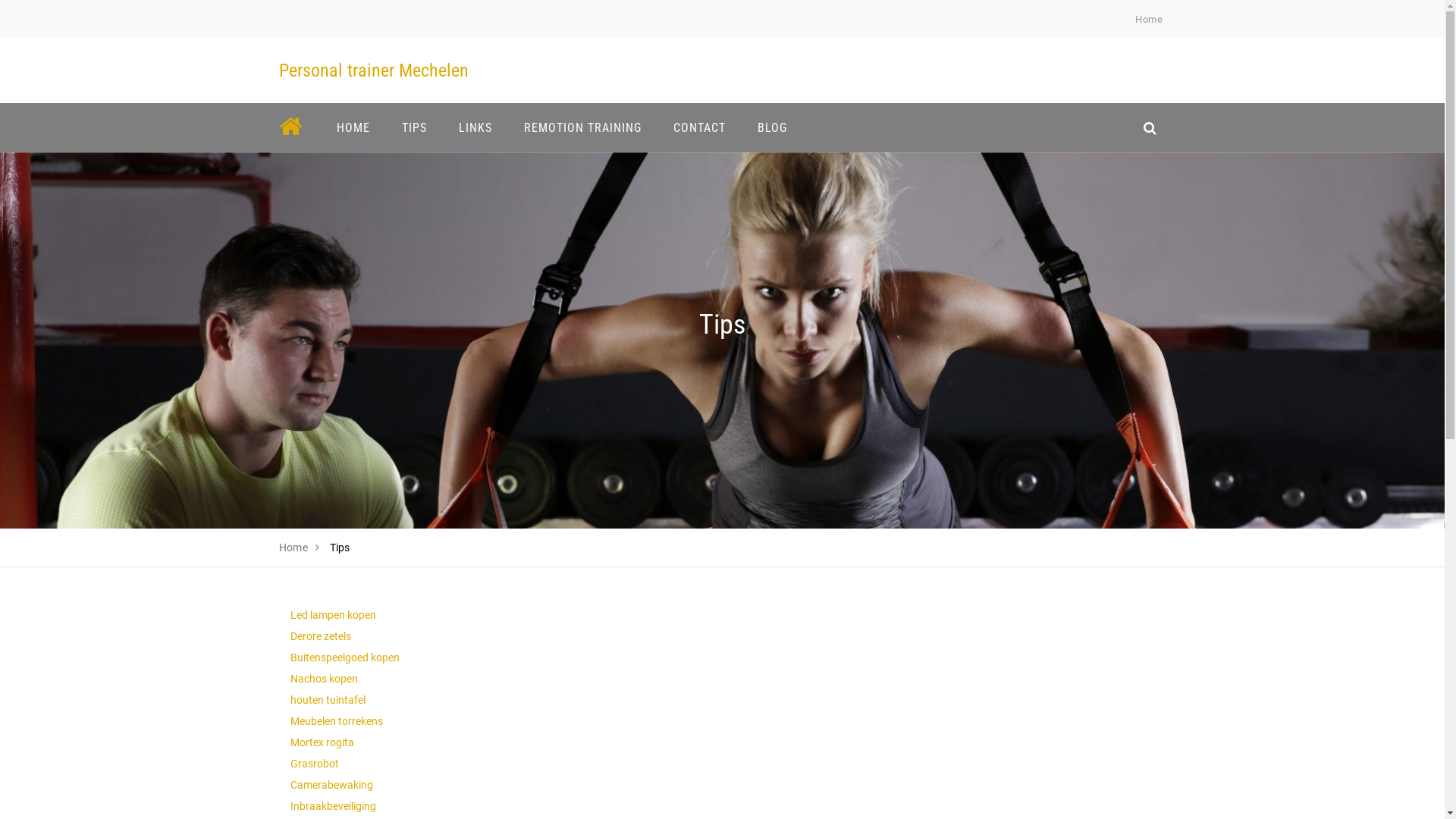 This screenshot has height=819, width=1456. What do you see at coordinates (320, 742) in the screenshot?
I see `'Mortex rogita'` at bounding box center [320, 742].